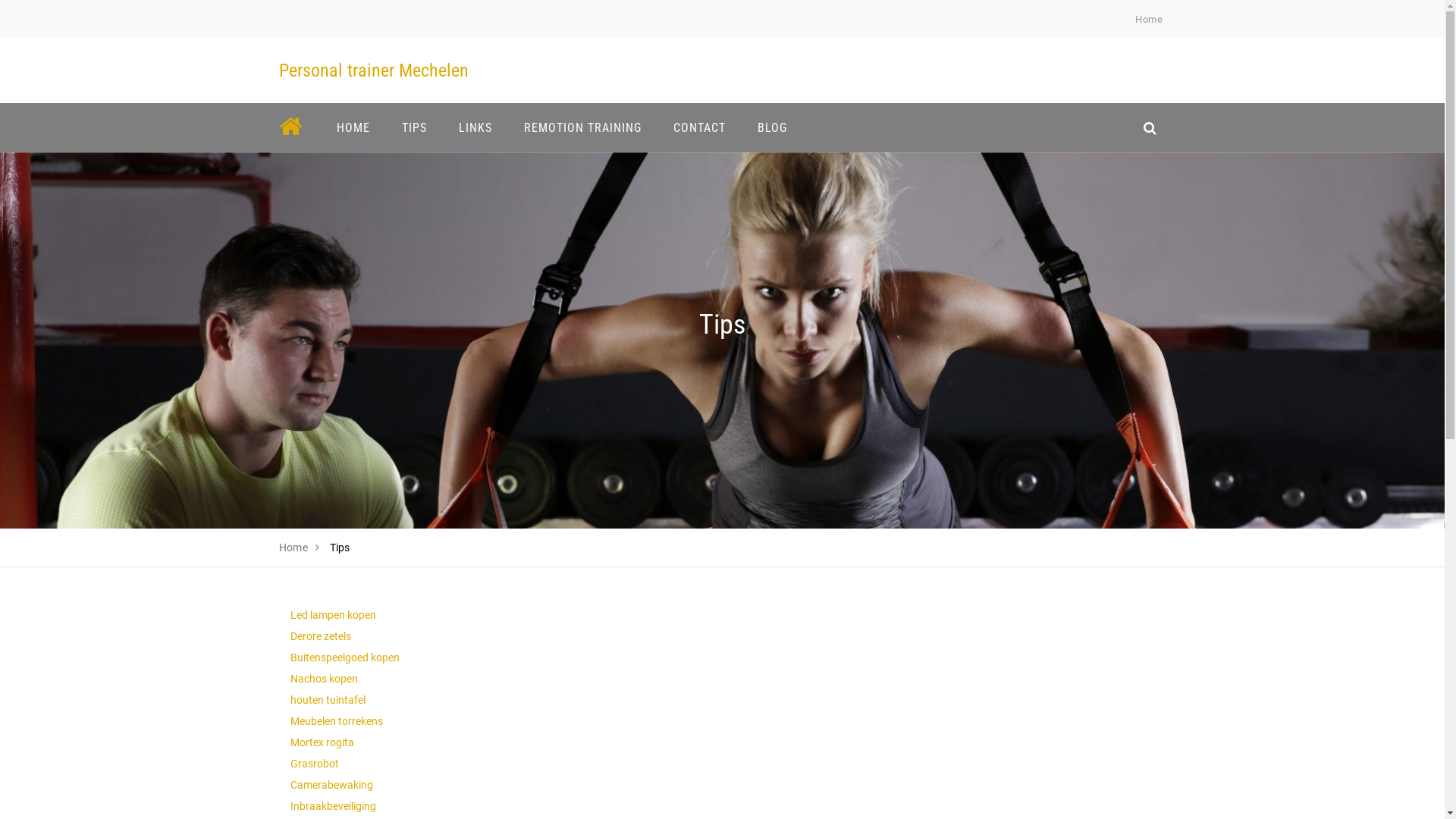 This screenshot has height=819, width=1456. What do you see at coordinates (320, 742) in the screenshot?
I see `'Mortex rogita'` at bounding box center [320, 742].